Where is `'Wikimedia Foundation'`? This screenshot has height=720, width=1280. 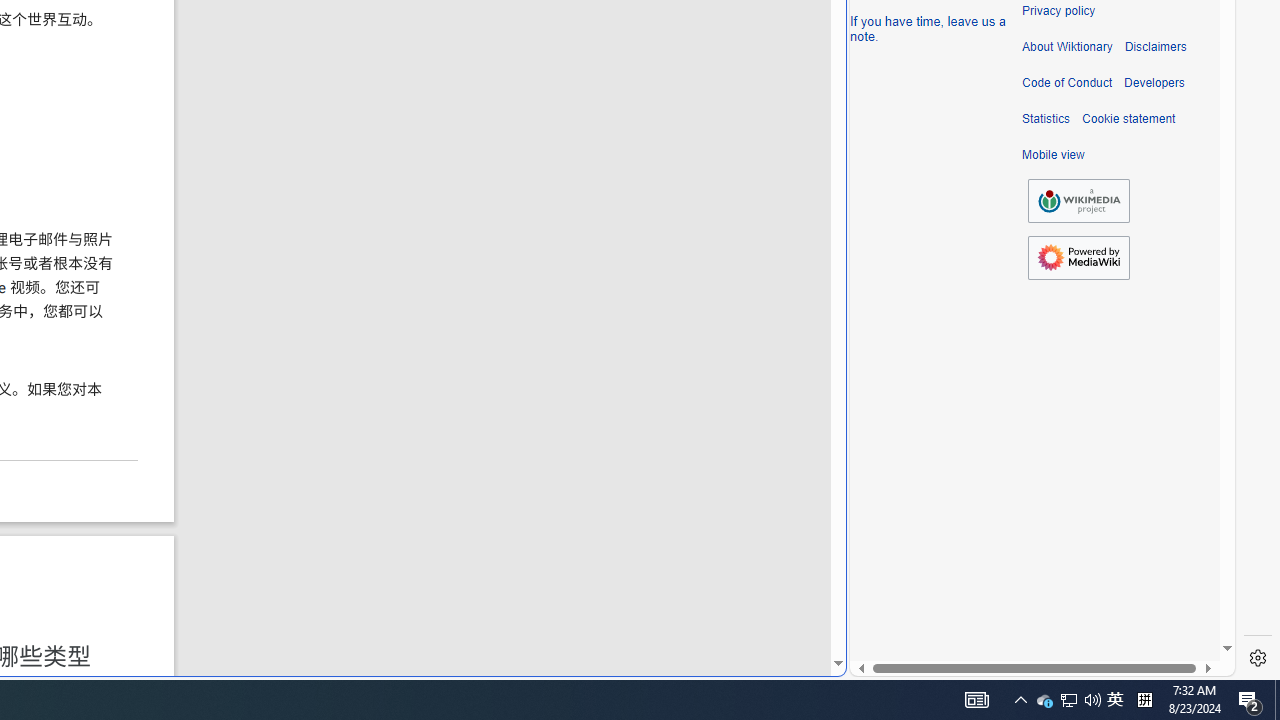
'Wikimedia Foundation' is located at coordinates (1078, 201).